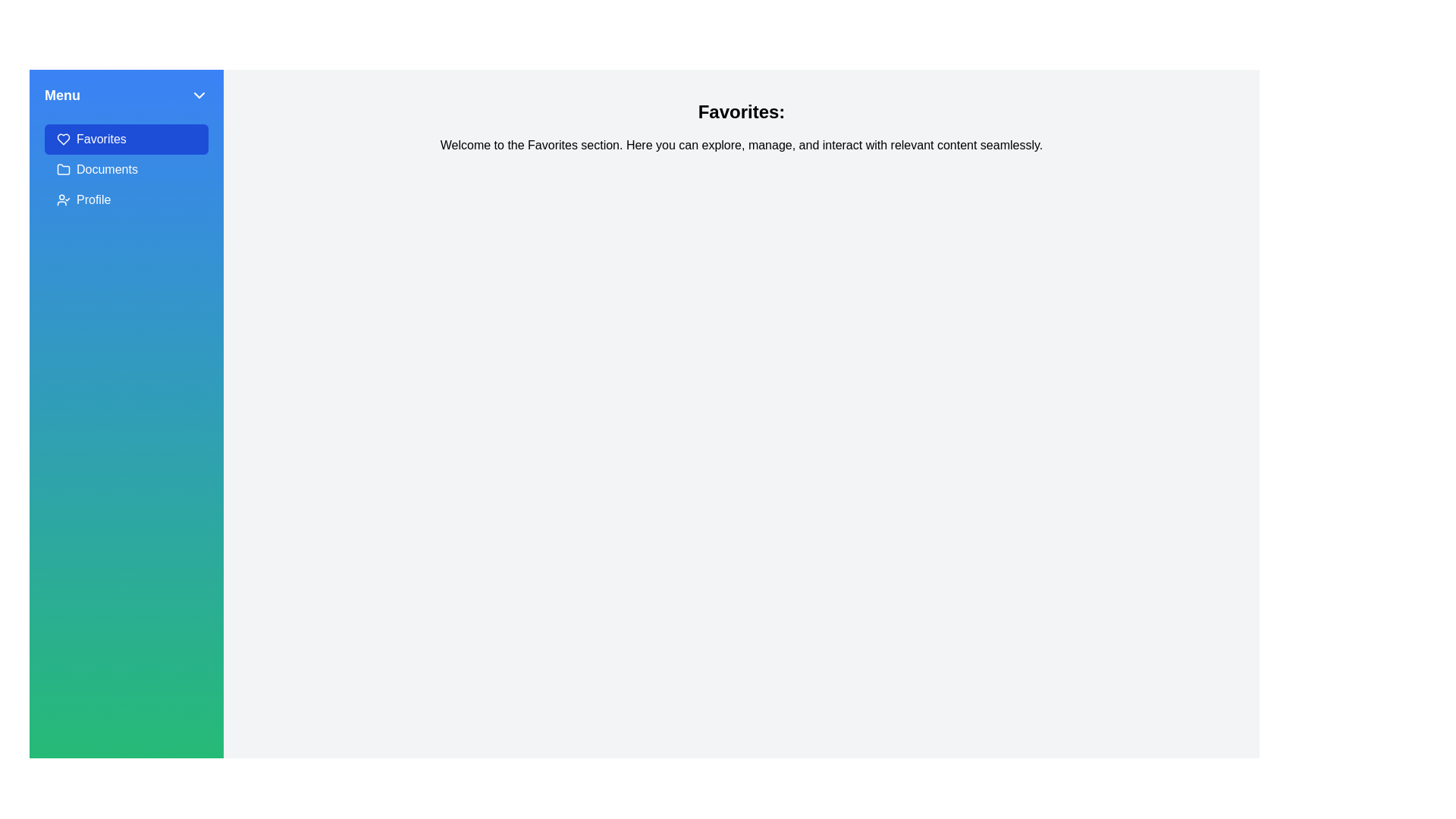  I want to click on the Favorites tab in the drawer, so click(127, 140).